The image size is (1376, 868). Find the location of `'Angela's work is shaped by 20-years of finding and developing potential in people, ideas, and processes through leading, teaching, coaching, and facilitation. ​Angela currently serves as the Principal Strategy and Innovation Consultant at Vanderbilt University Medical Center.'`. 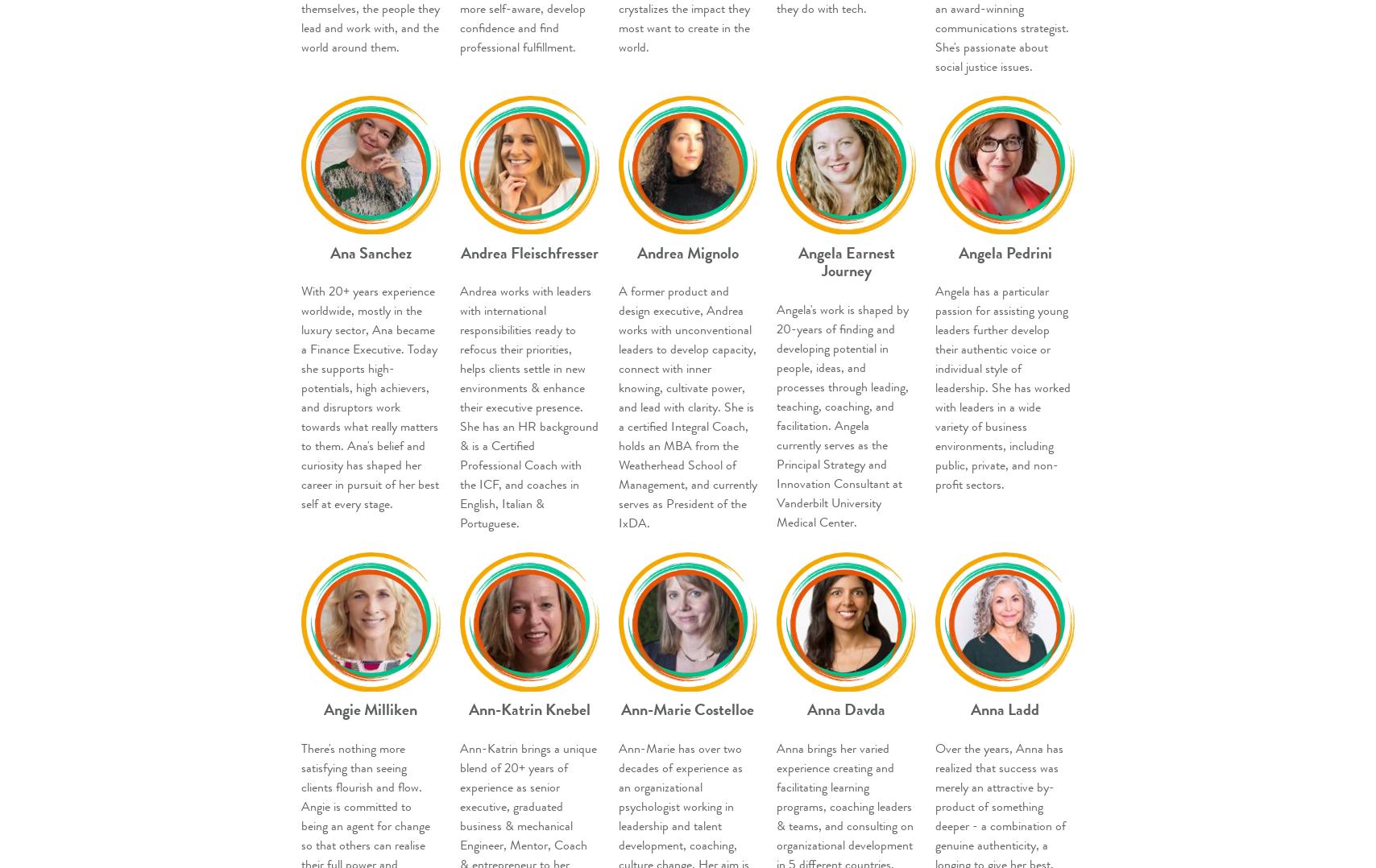

'Angela's work is shaped by 20-years of finding and developing potential in people, ideas, and processes through leading, teaching, coaching, and facilitation. ​Angela currently serves as the Principal Strategy and Innovation Consultant at Vanderbilt University Medical Center.' is located at coordinates (842, 415).